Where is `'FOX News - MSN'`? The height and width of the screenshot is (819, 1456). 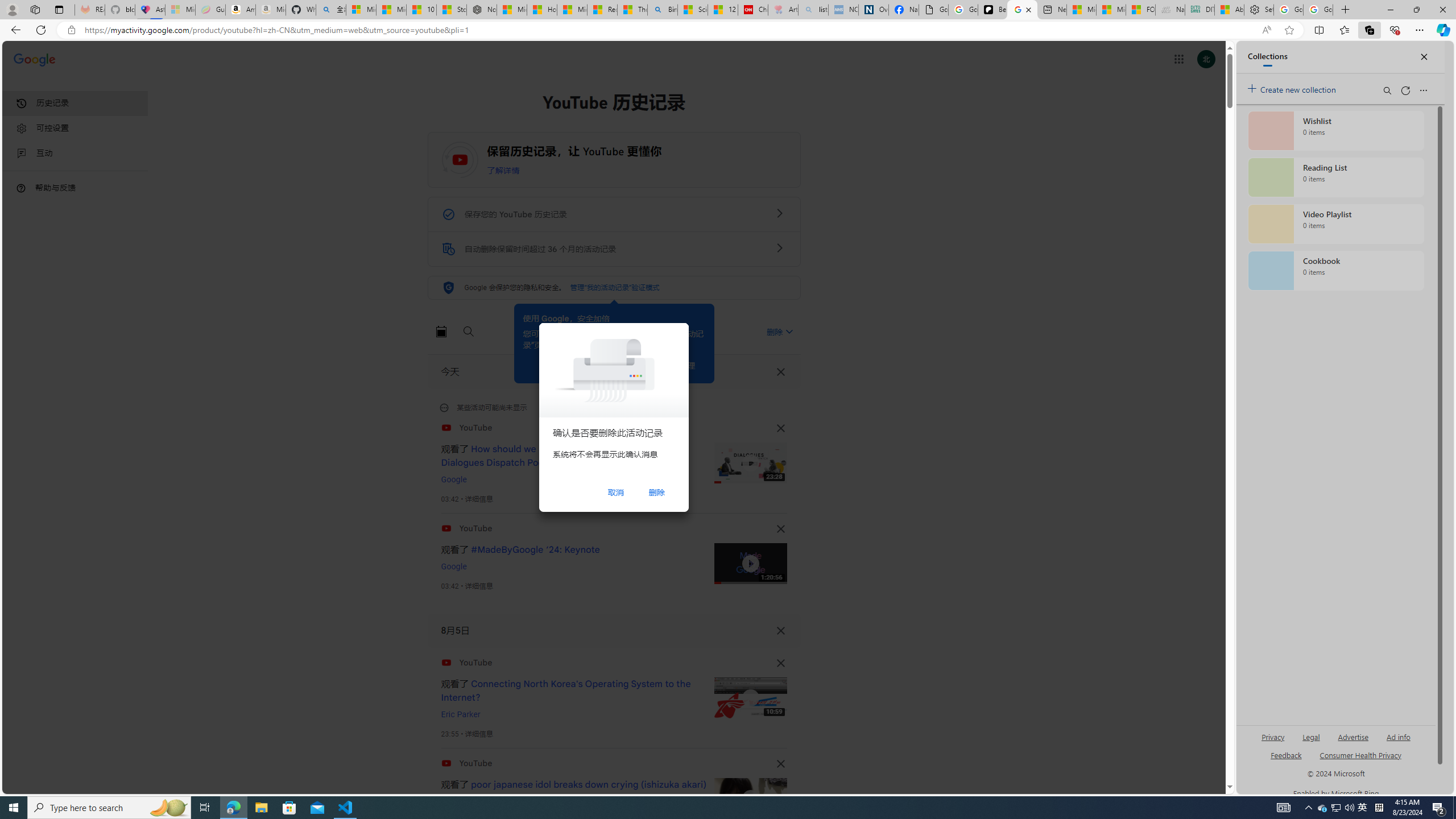 'FOX News - MSN' is located at coordinates (1140, 9).